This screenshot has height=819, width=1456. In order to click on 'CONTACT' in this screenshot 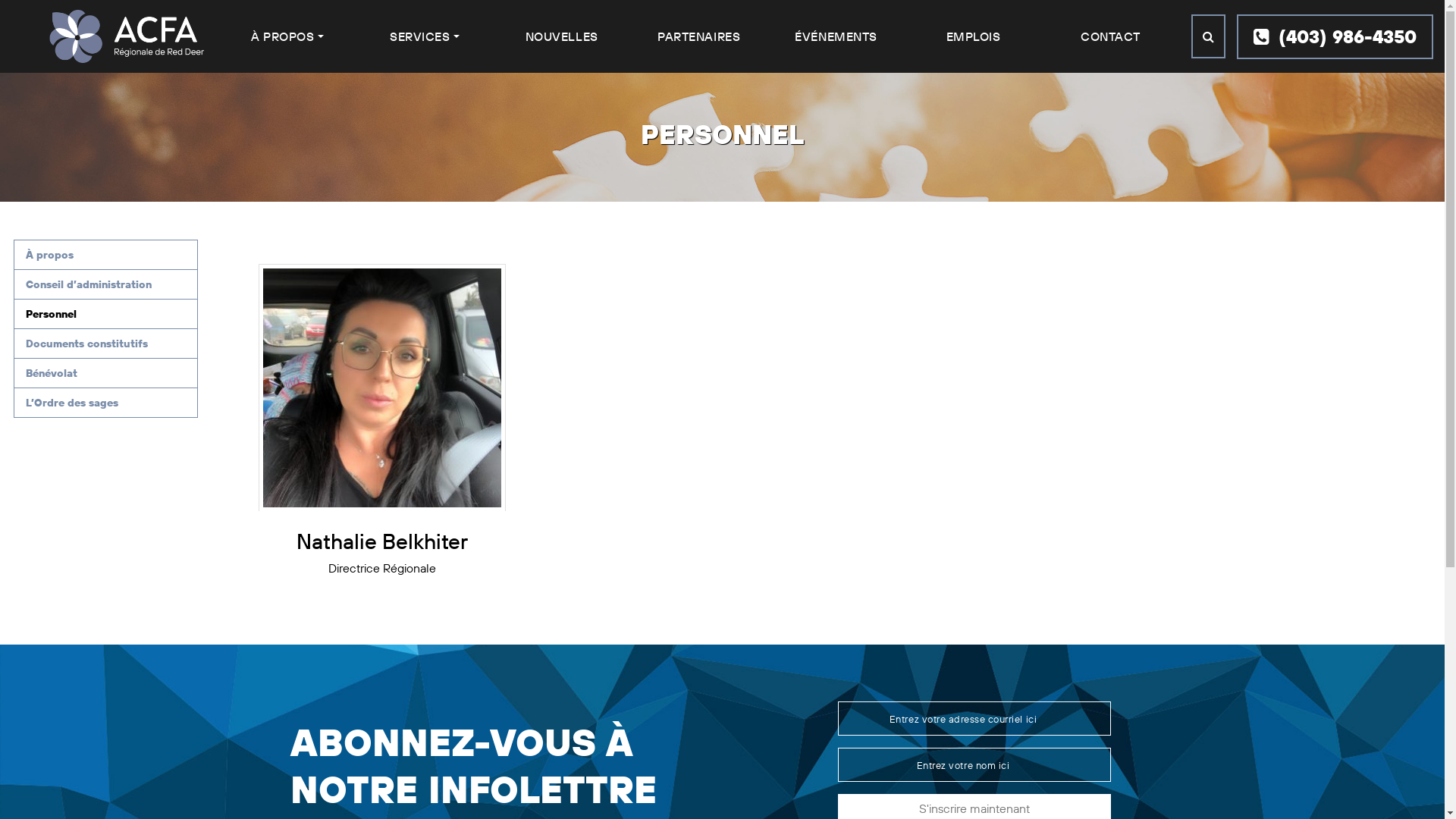, I will do `click(1110, 35)`.